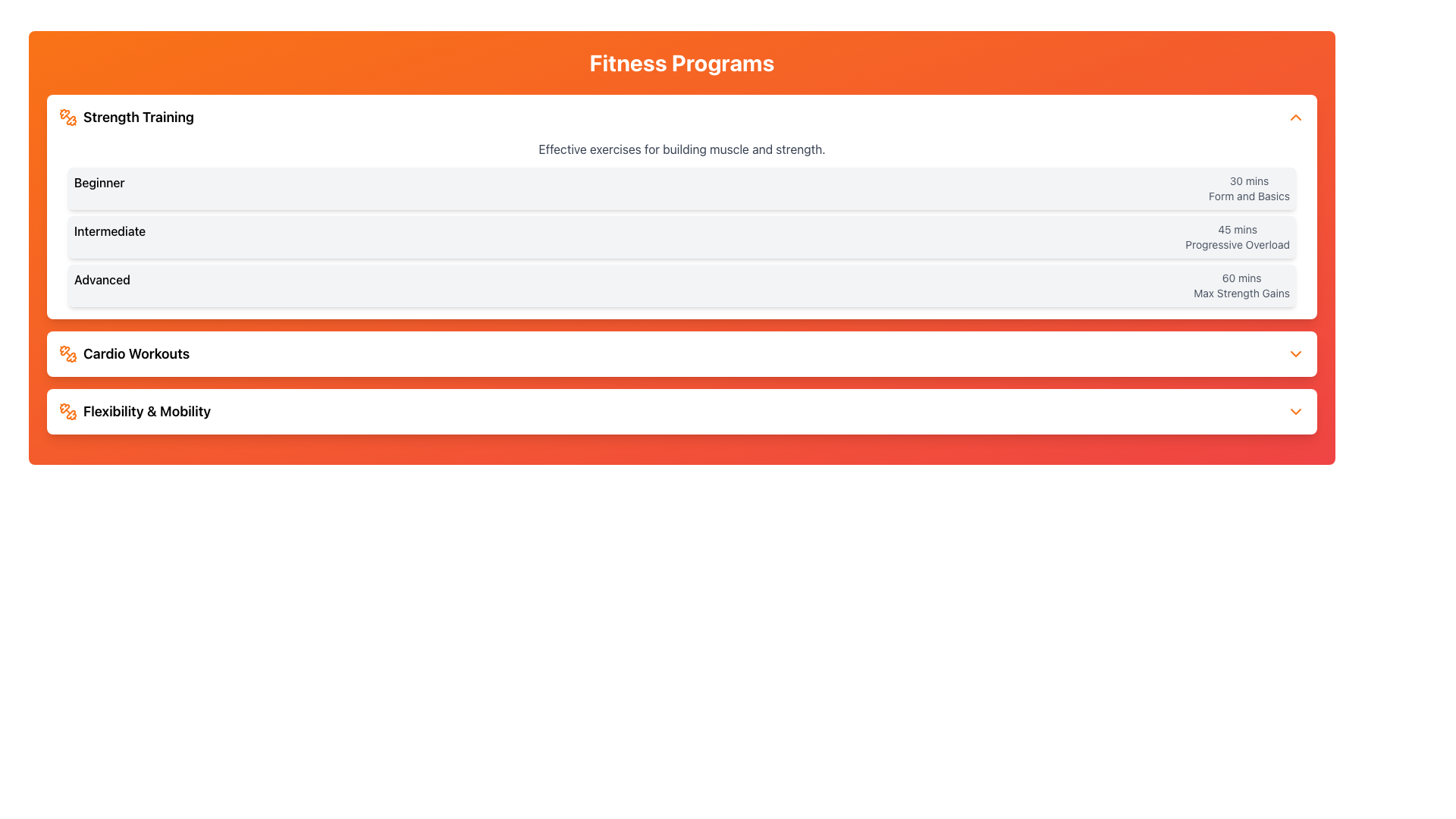 The height and width of the screenshot is (819, 1456). What do you see at coordinates (1249, 195) in the screenshot?
I see `the text label element that provides supplementary description for the '30 mins' information in the 'Strength Training' category, located at the bottom-right side of the associated list item card` at bounding box center [1249, 195].